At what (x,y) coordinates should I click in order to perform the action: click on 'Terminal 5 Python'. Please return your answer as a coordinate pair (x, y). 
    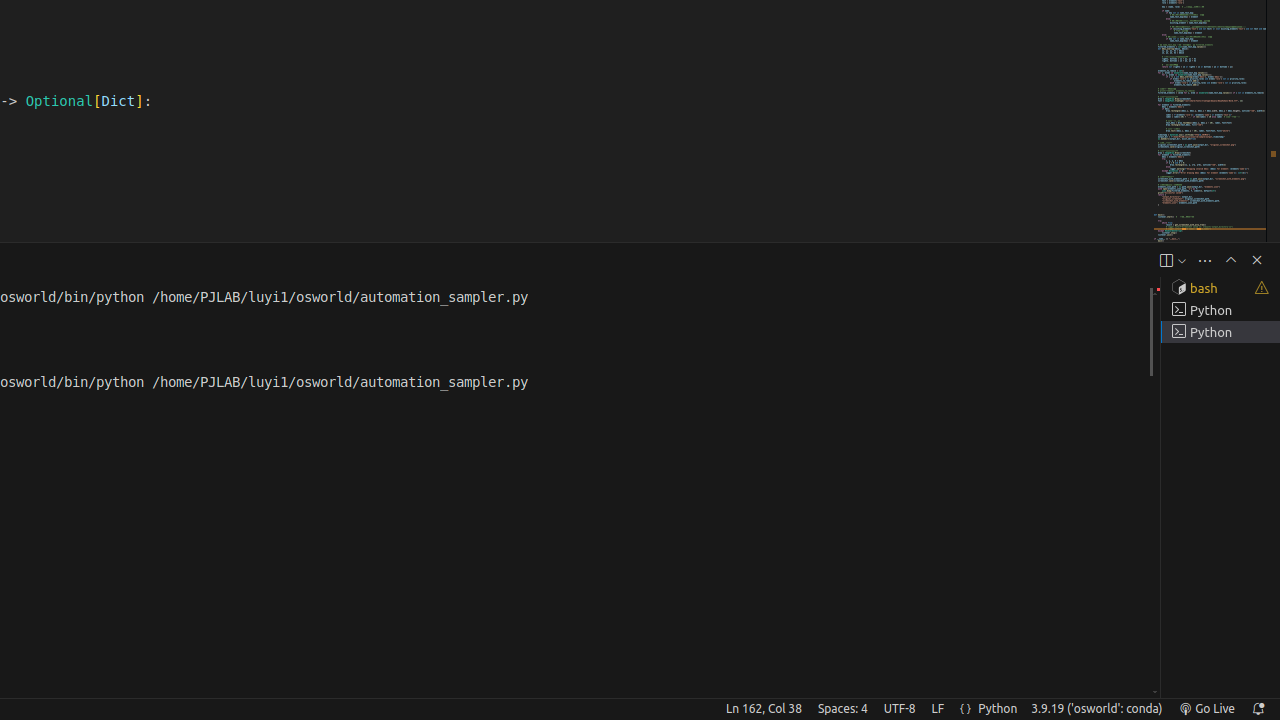
    Looking at the image, I should click on (1219, 330).